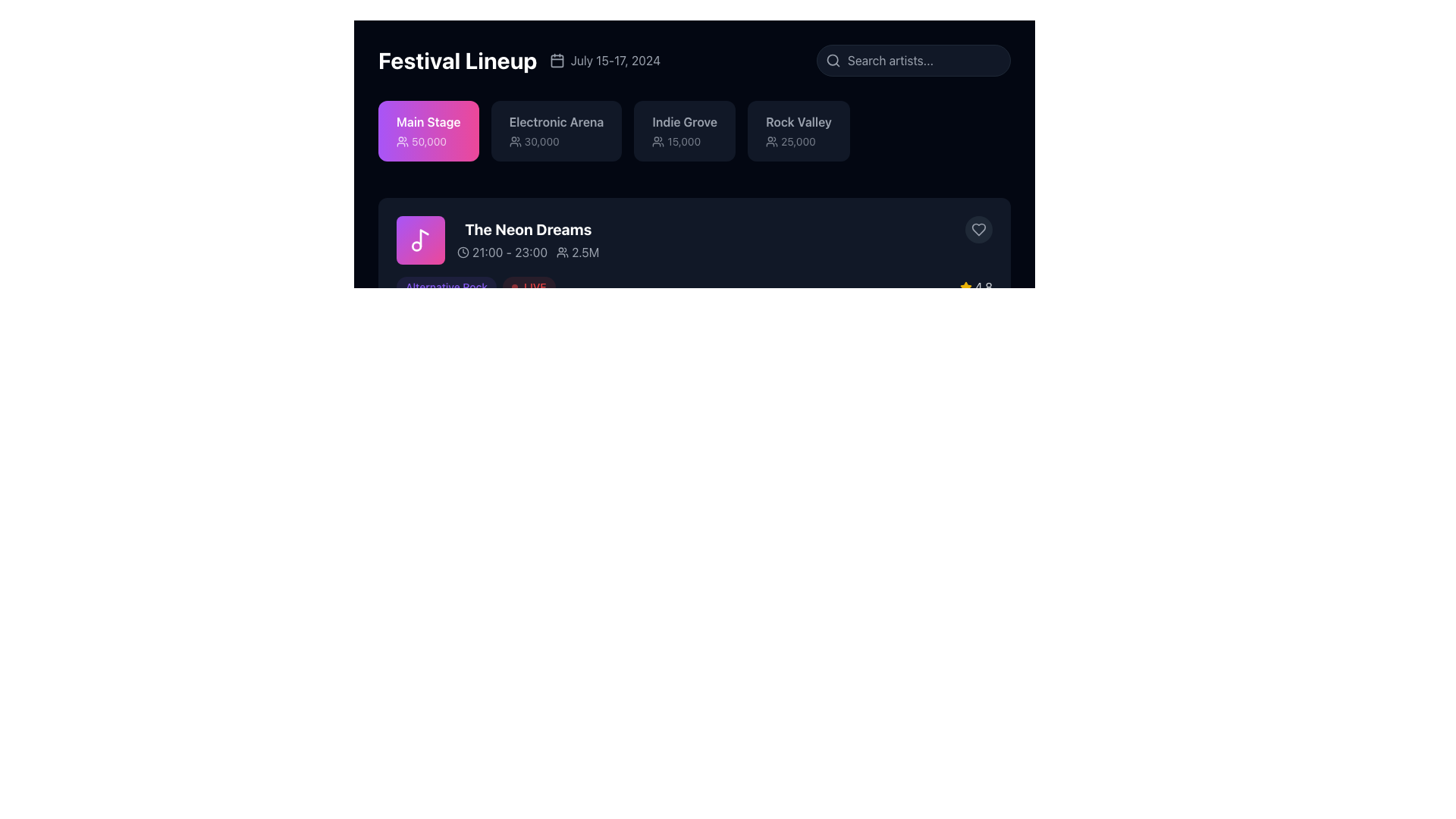 Image resolution: width=1456 pixels, height=819 pixels. Describe the element at coordinates (416, 245) in the screenshot. I see `the small circle within the musical note icon that is part of the 'The Neon Dreams' card, located in the upper left region of the purple square block` at that location.